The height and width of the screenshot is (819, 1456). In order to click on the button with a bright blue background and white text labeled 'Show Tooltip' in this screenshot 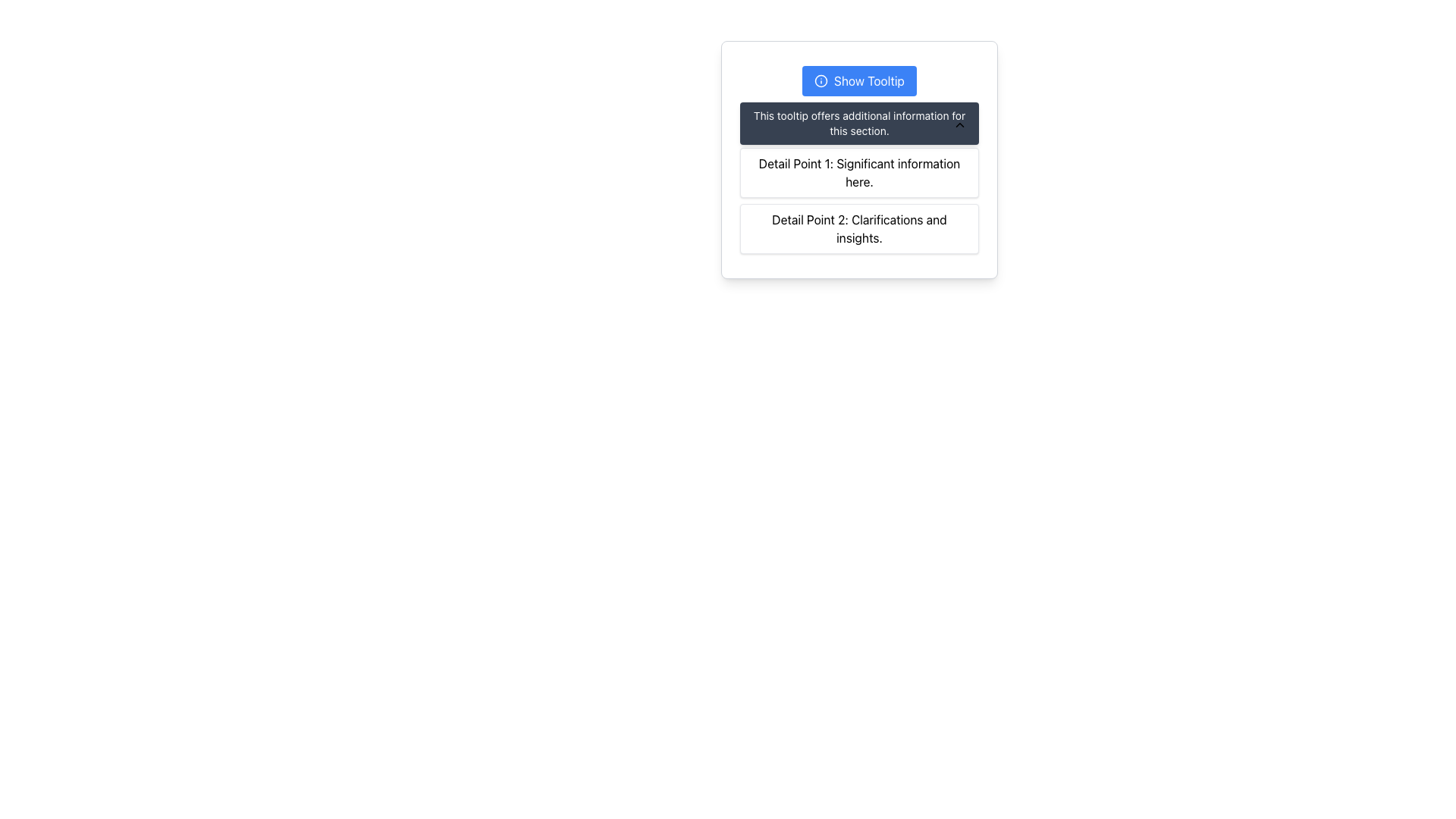, I will do `click(859, 81)`.